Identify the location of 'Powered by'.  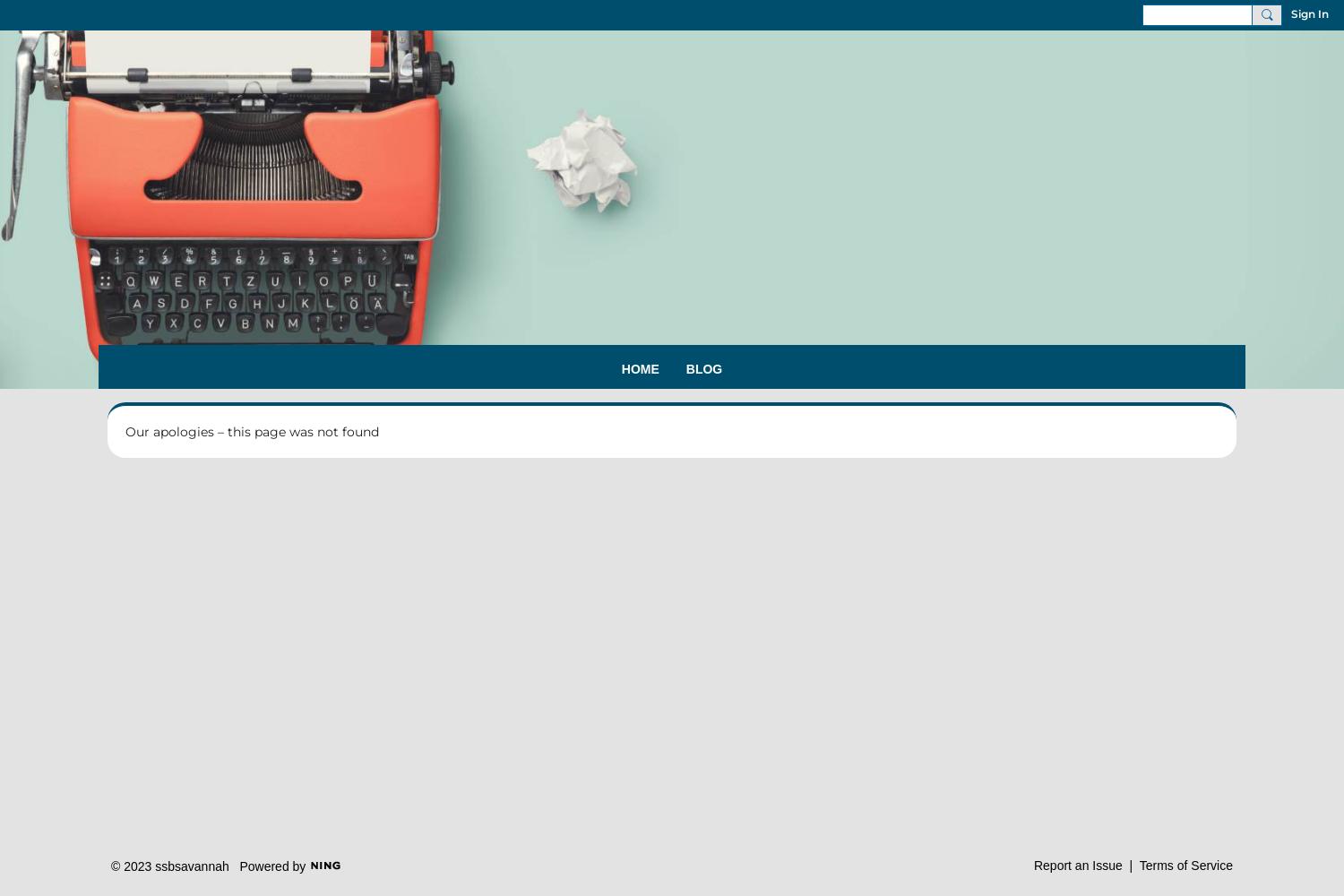
(274, 865).